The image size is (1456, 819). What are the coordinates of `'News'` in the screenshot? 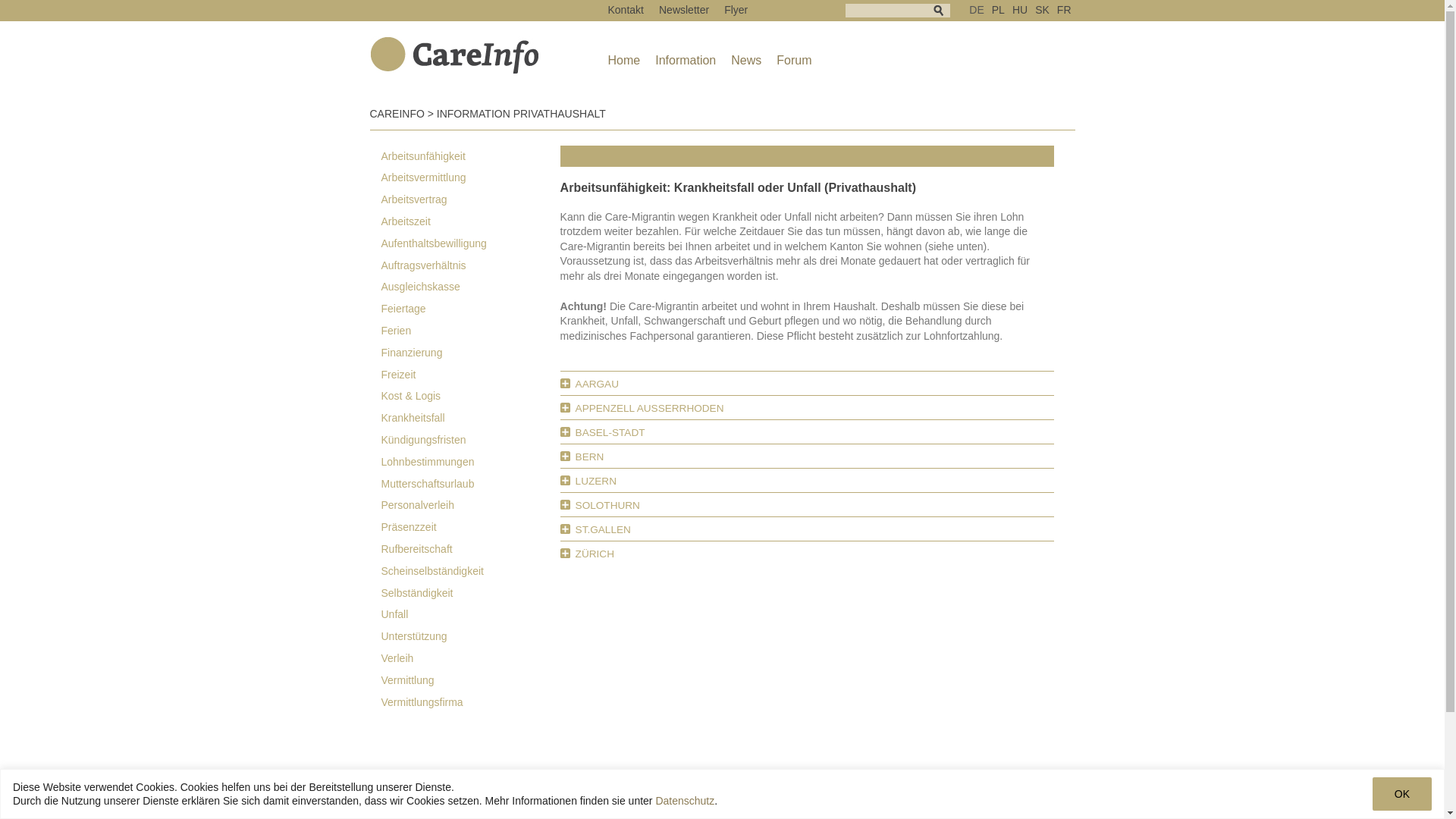 It's located at (745, 59).